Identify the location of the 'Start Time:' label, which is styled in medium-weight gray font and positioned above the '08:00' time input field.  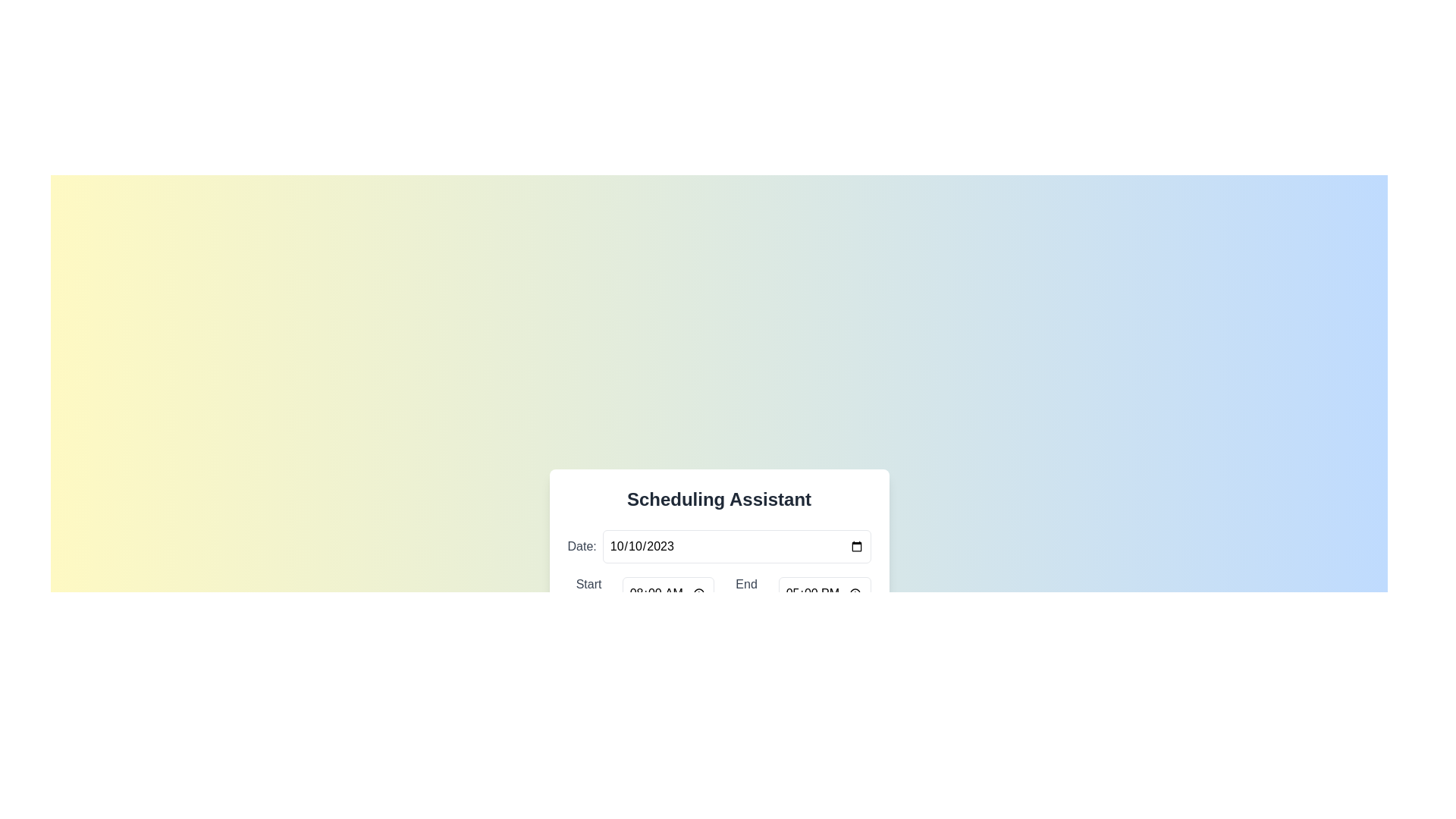
(588, 593).